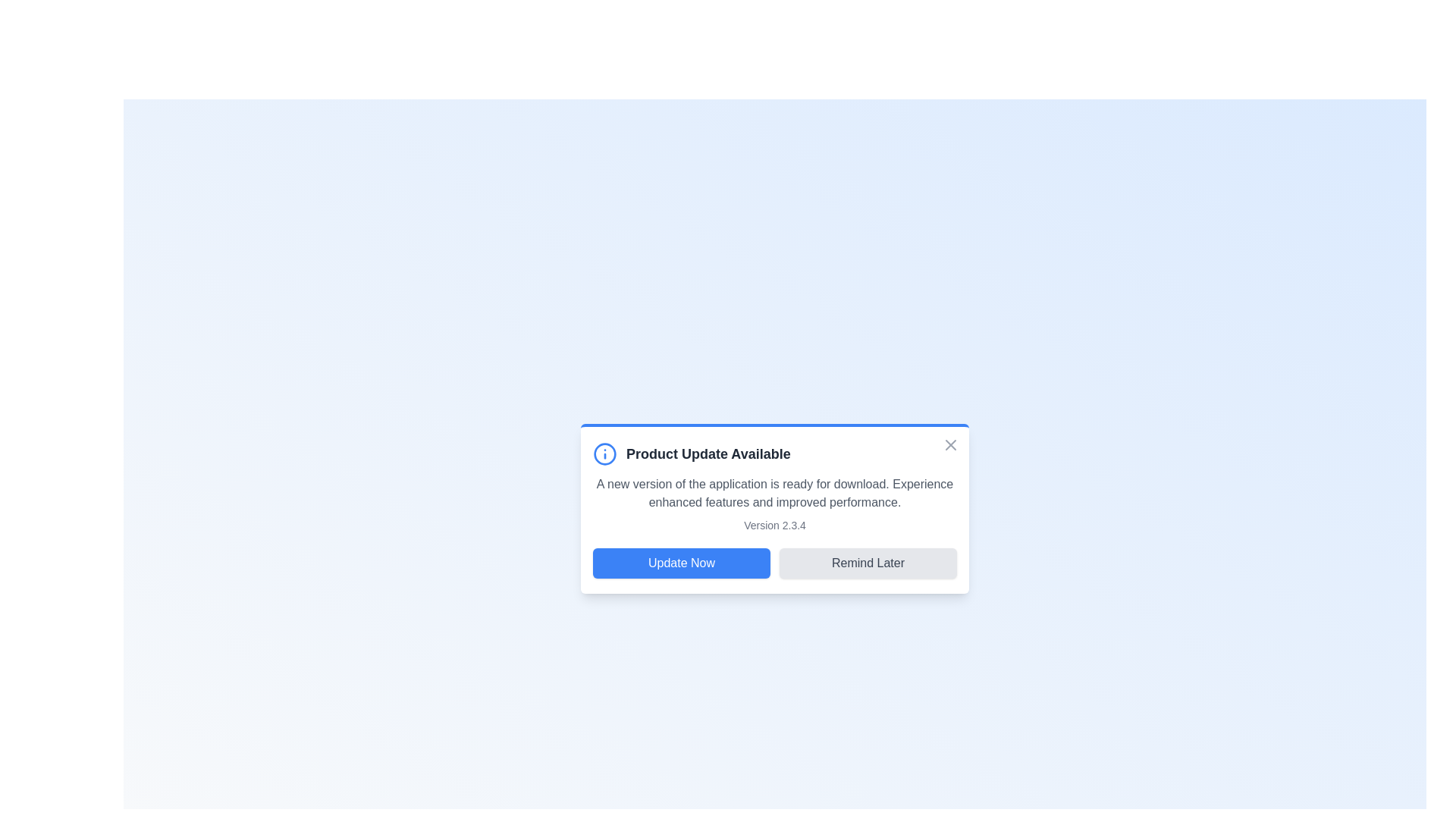 This screenshot has height=819, width=1456. What do you see at coordinates (949, 444) in the screenshot?
I see `the 'X' button to close the notification` at bounding box center [949, 444].